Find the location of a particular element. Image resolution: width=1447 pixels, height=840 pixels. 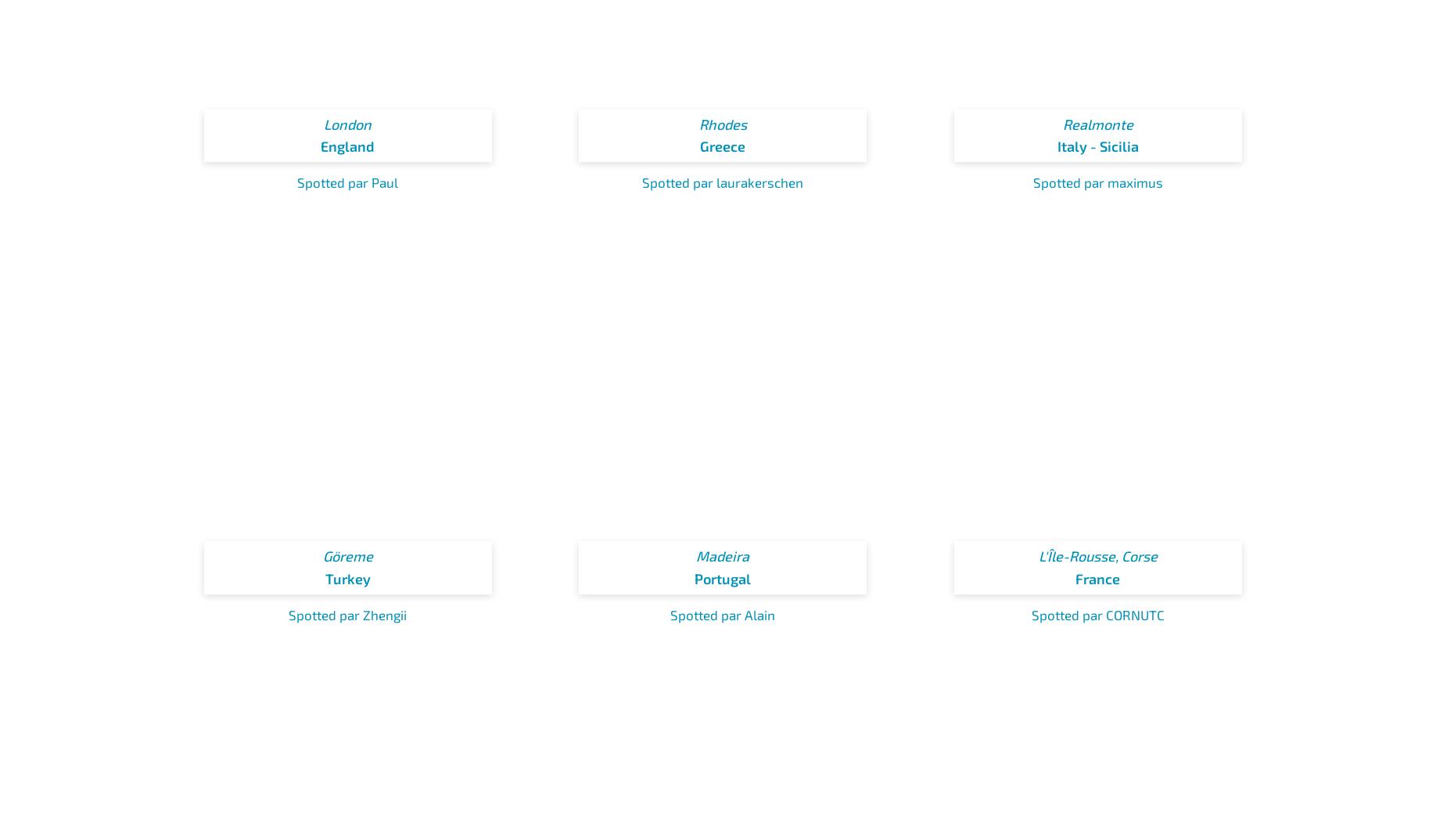

'Göreme' is located at coordinates (346, 555).